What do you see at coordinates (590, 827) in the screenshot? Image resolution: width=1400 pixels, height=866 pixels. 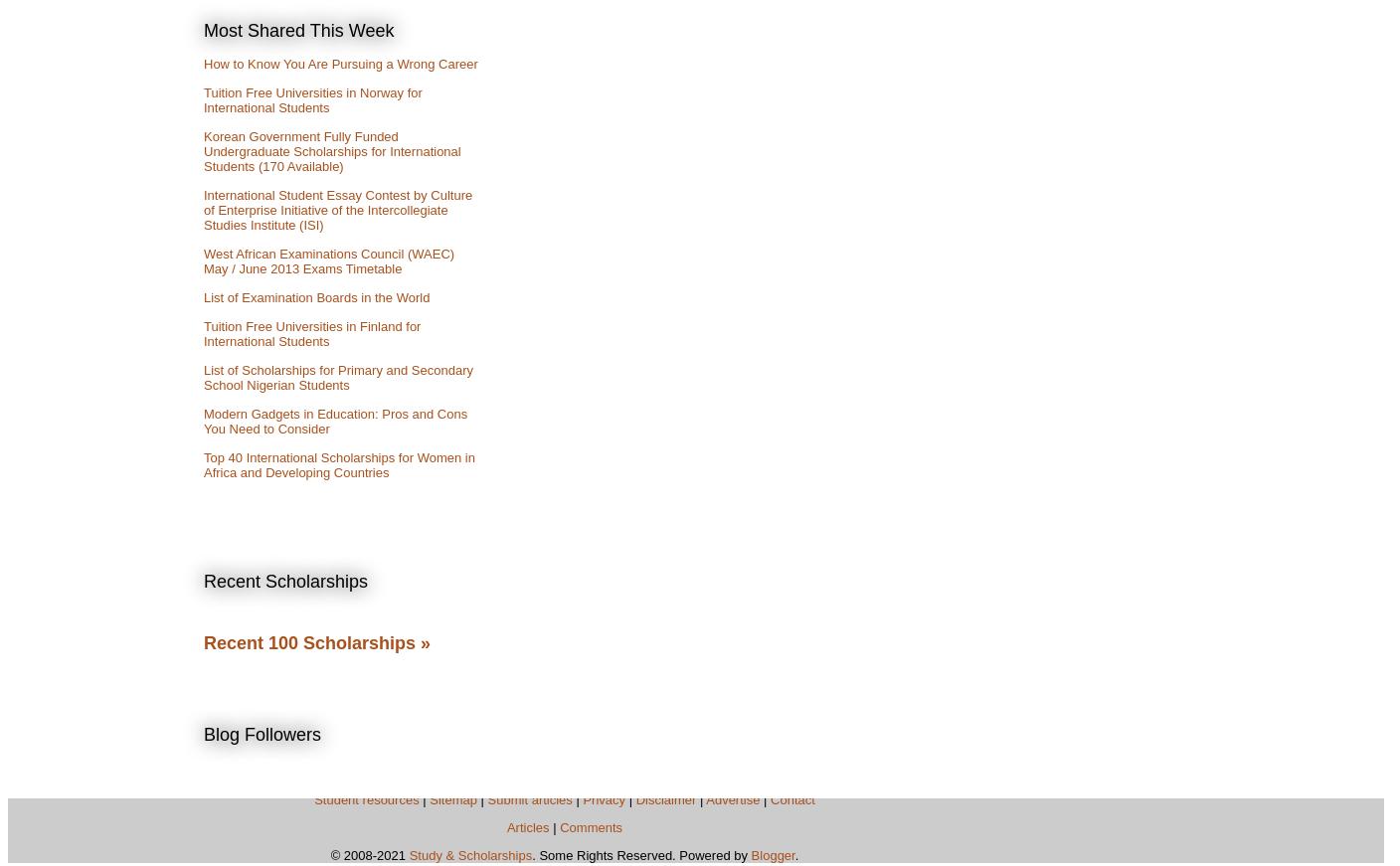 I see `'Comments'` at bounding box center [590, 827].